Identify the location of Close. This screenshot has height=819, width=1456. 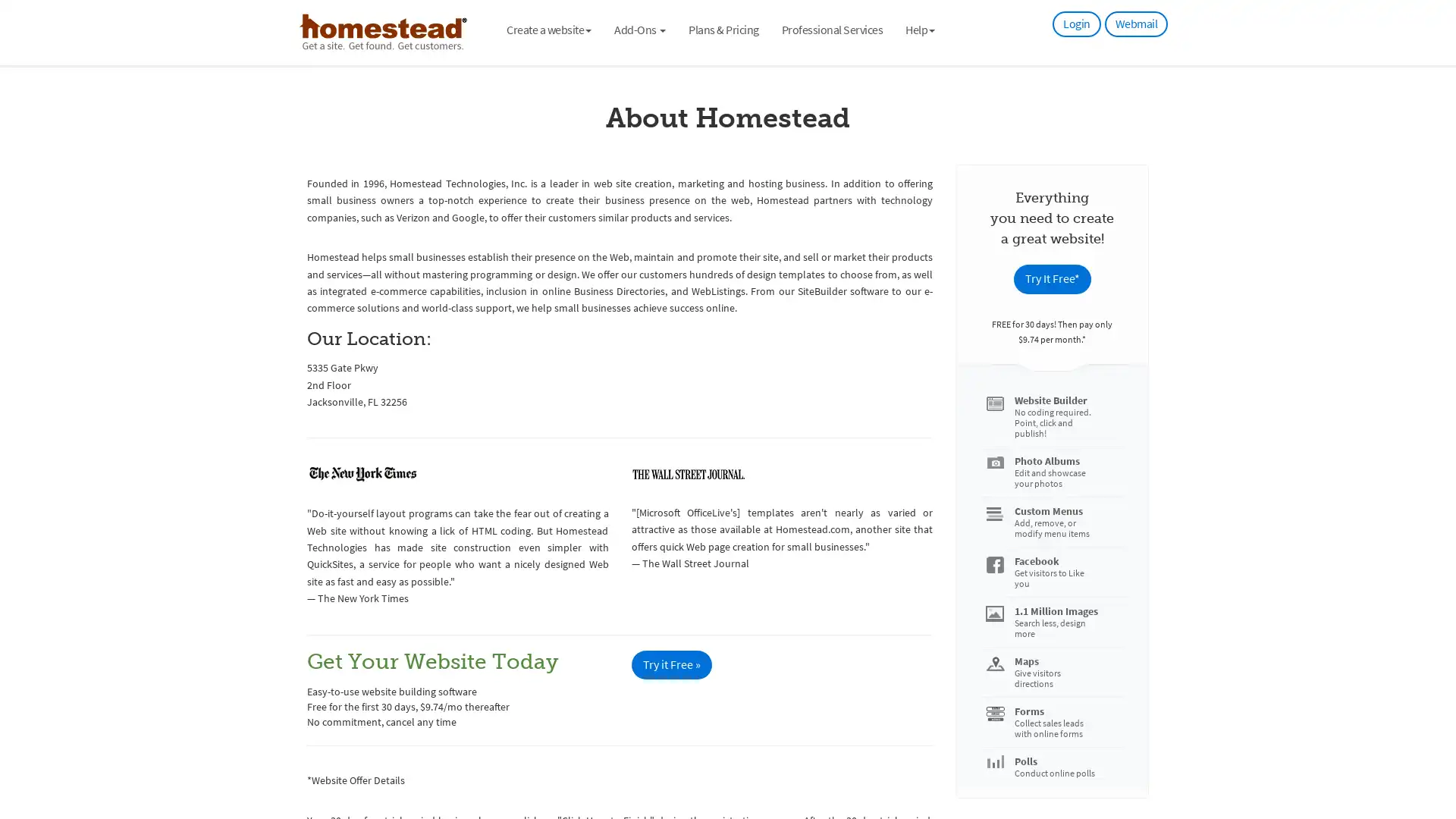
(277, 573).